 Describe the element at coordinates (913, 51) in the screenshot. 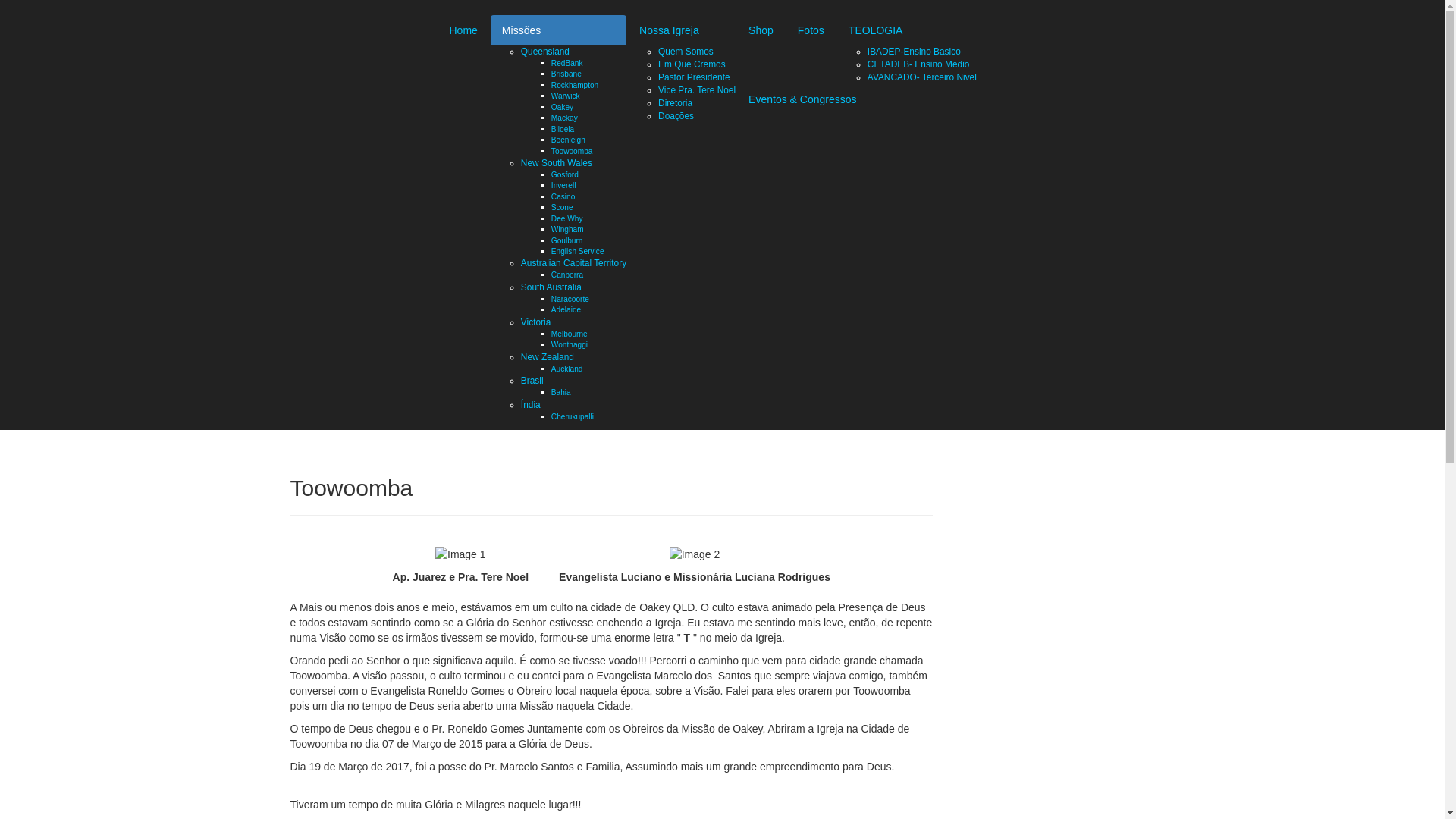

I see `'IBADEP-Ensino Basico'` at that location.